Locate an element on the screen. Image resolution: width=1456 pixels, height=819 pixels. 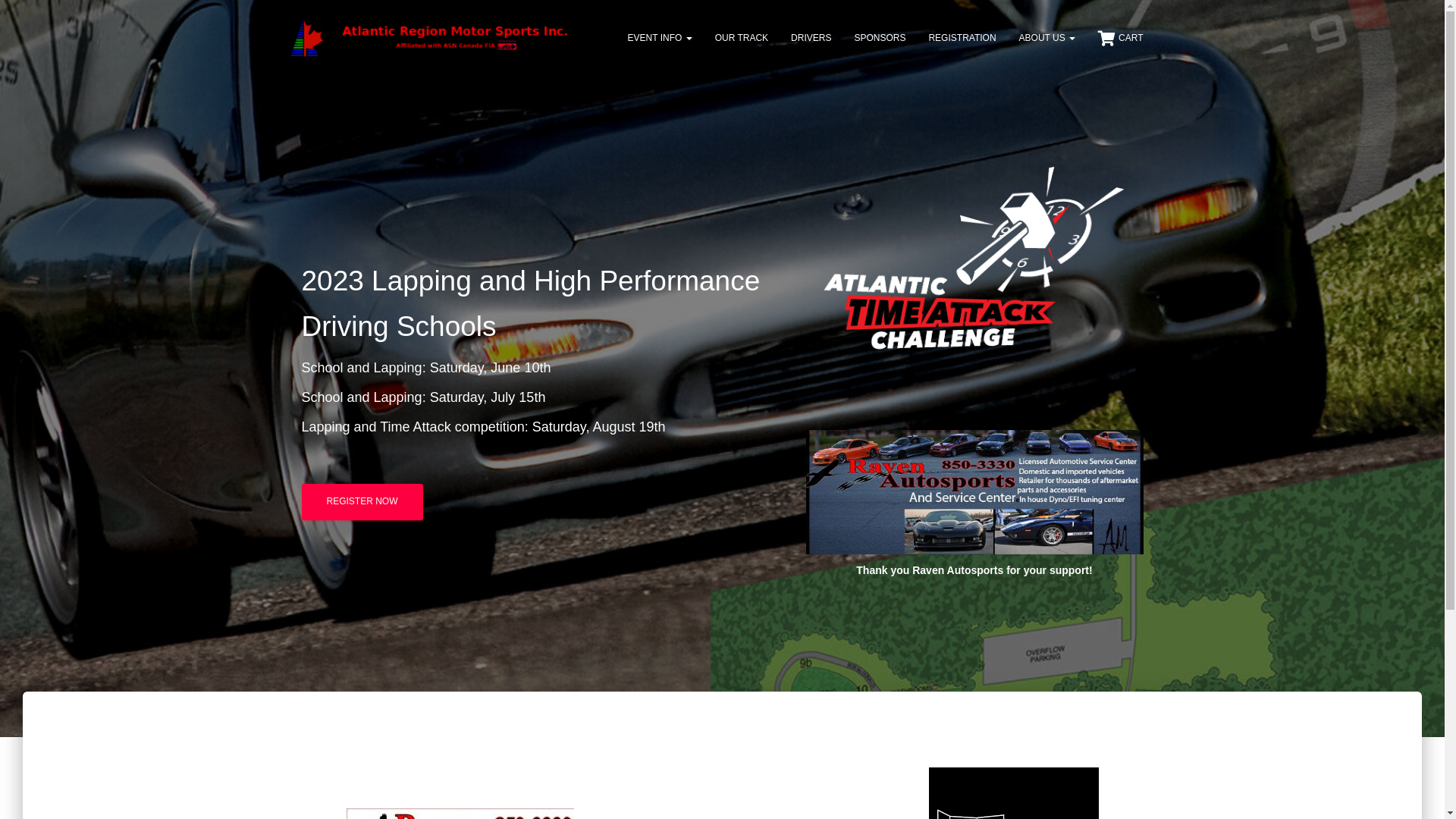
'SPONSORS' is located at coordinates (880, 37).